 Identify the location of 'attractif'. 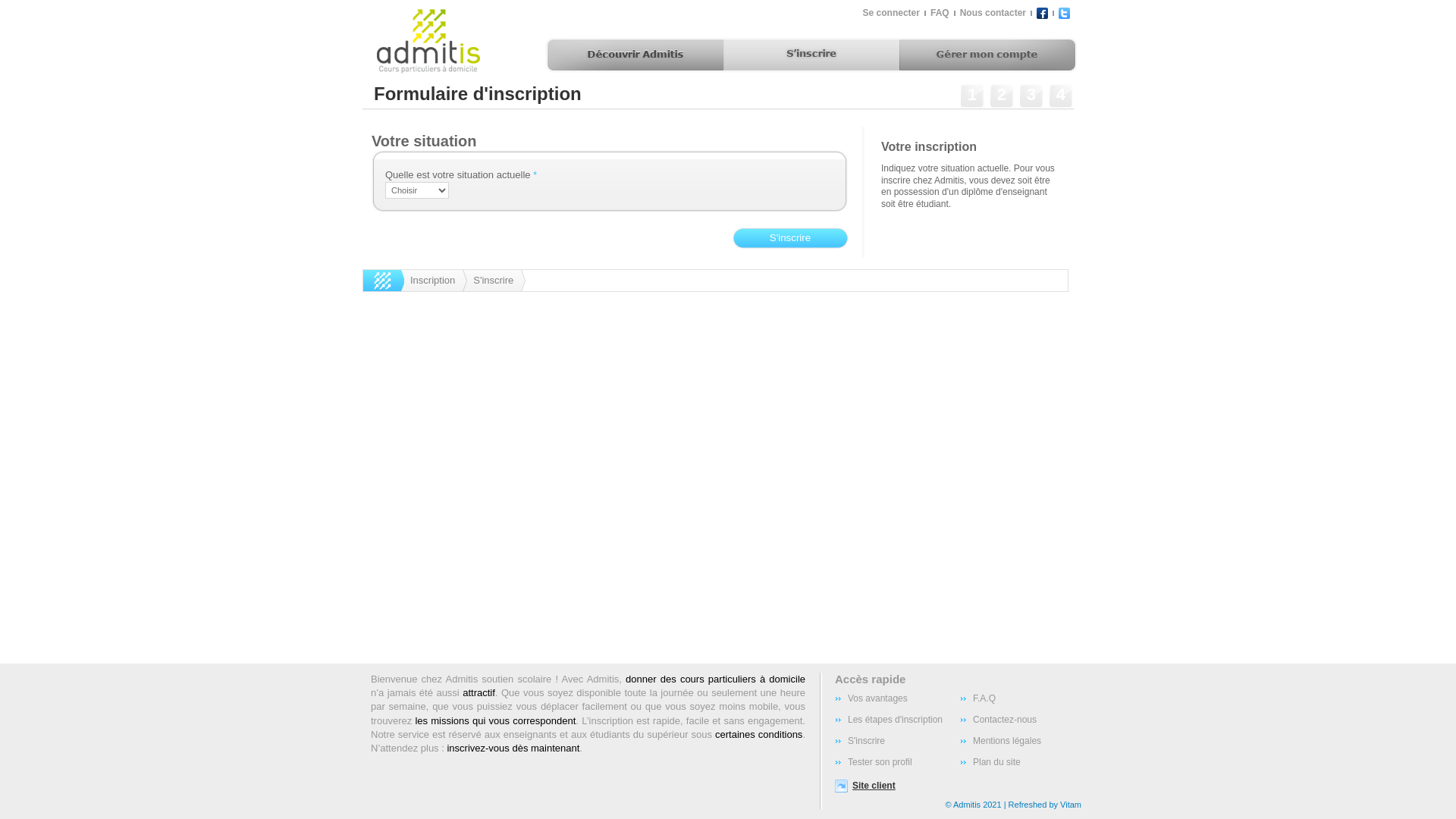
(478, 692).